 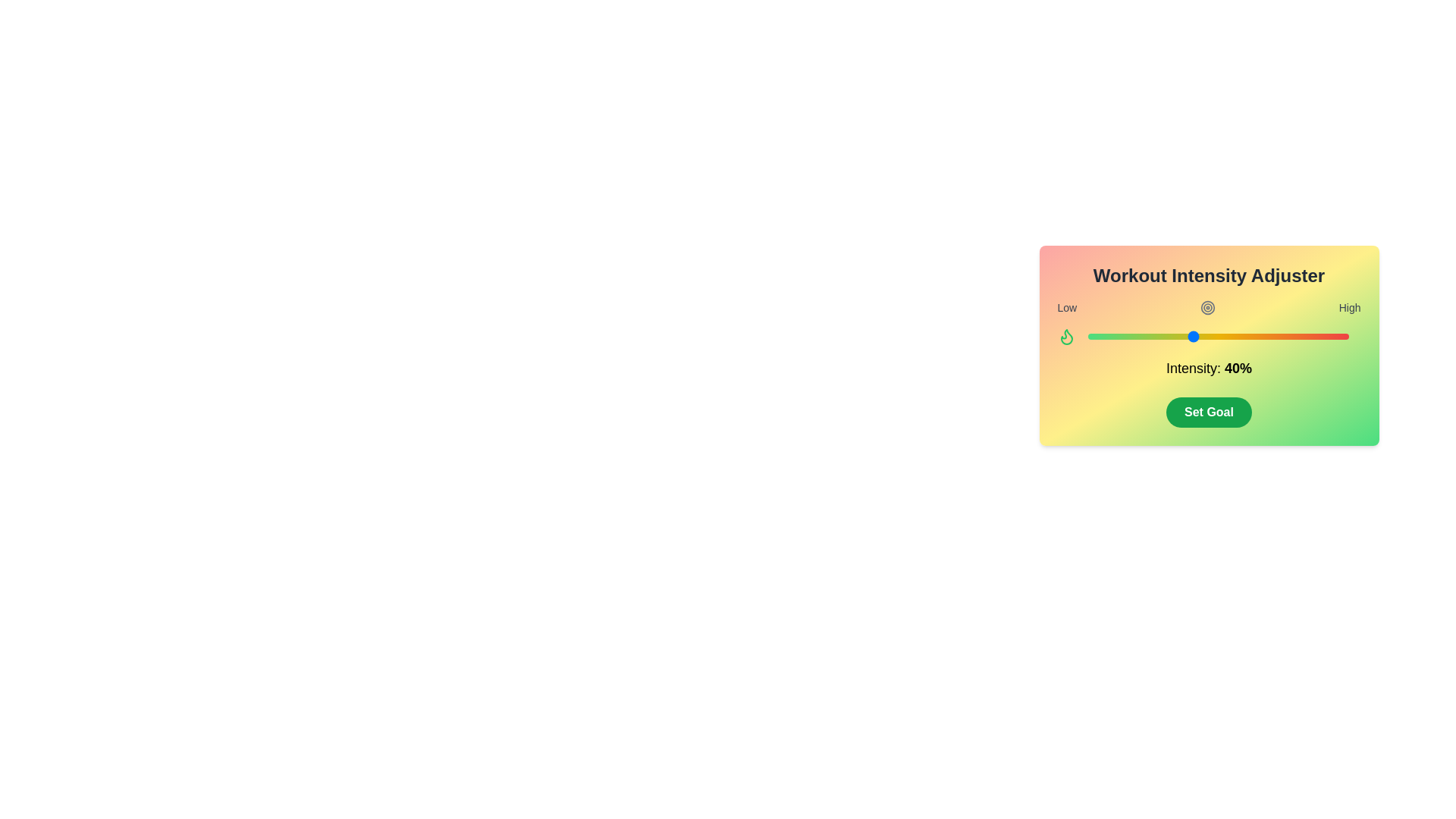 What do you see at coordinates (1208, 412) in the screenshot?
I see `'Set Goal' button to confirm the current intensity` at bounding box center [1208, 412].